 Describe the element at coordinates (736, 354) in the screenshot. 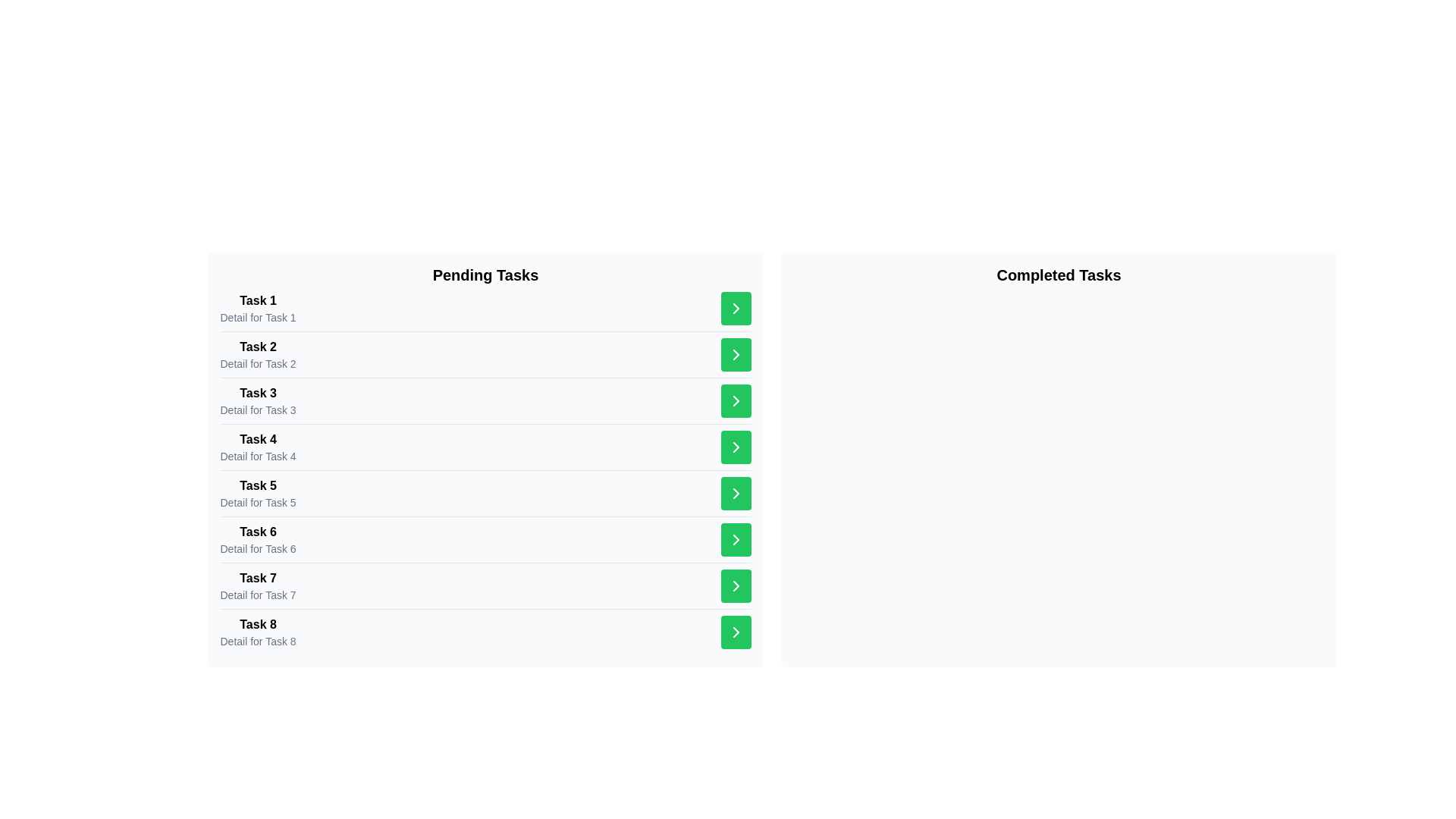

I see `the navigational button located at the far right of the second row in the 'Pending Tasks' list to proceed to further details or actions associated with 'Task 2'` at that location.